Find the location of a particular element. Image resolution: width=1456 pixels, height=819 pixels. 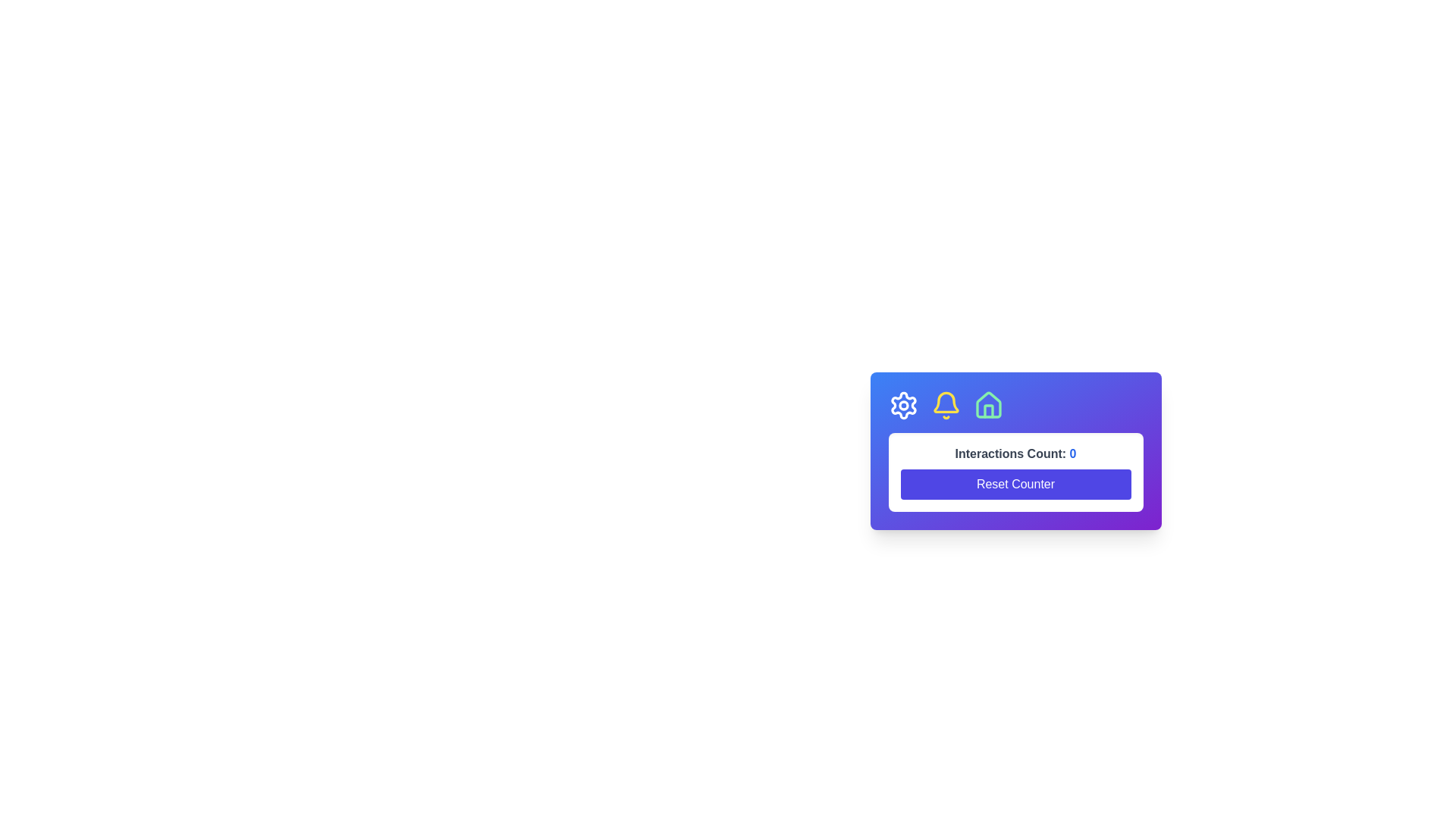

the gear icon with a blue background and a white center located at the top-left of a group of icons is located at coordinates (903, 405).